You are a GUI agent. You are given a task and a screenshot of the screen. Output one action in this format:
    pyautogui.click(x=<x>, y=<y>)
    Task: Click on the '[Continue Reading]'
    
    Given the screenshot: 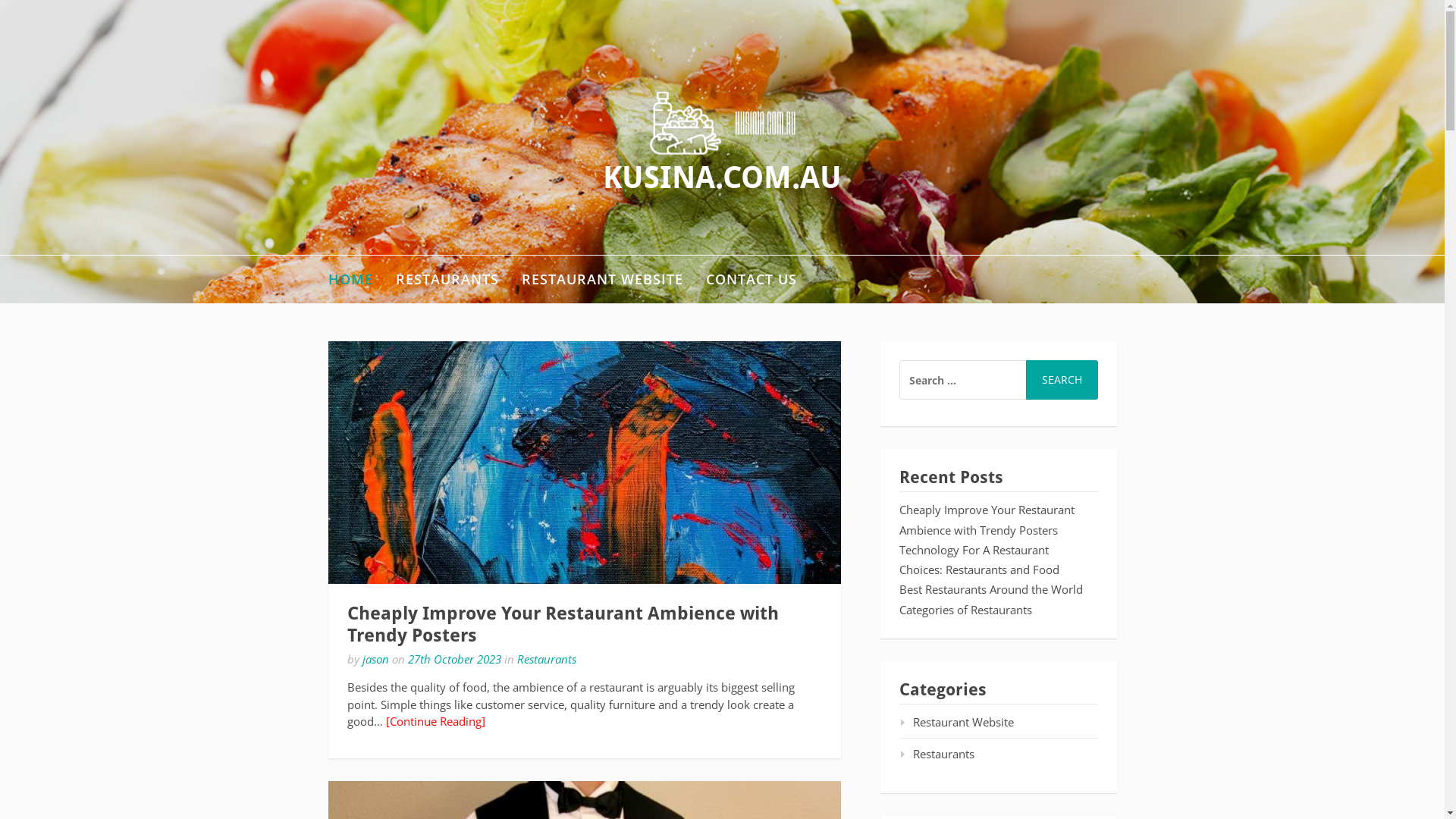 What is the action you would take?
    pyautogui.click(x=434, y=720)
    